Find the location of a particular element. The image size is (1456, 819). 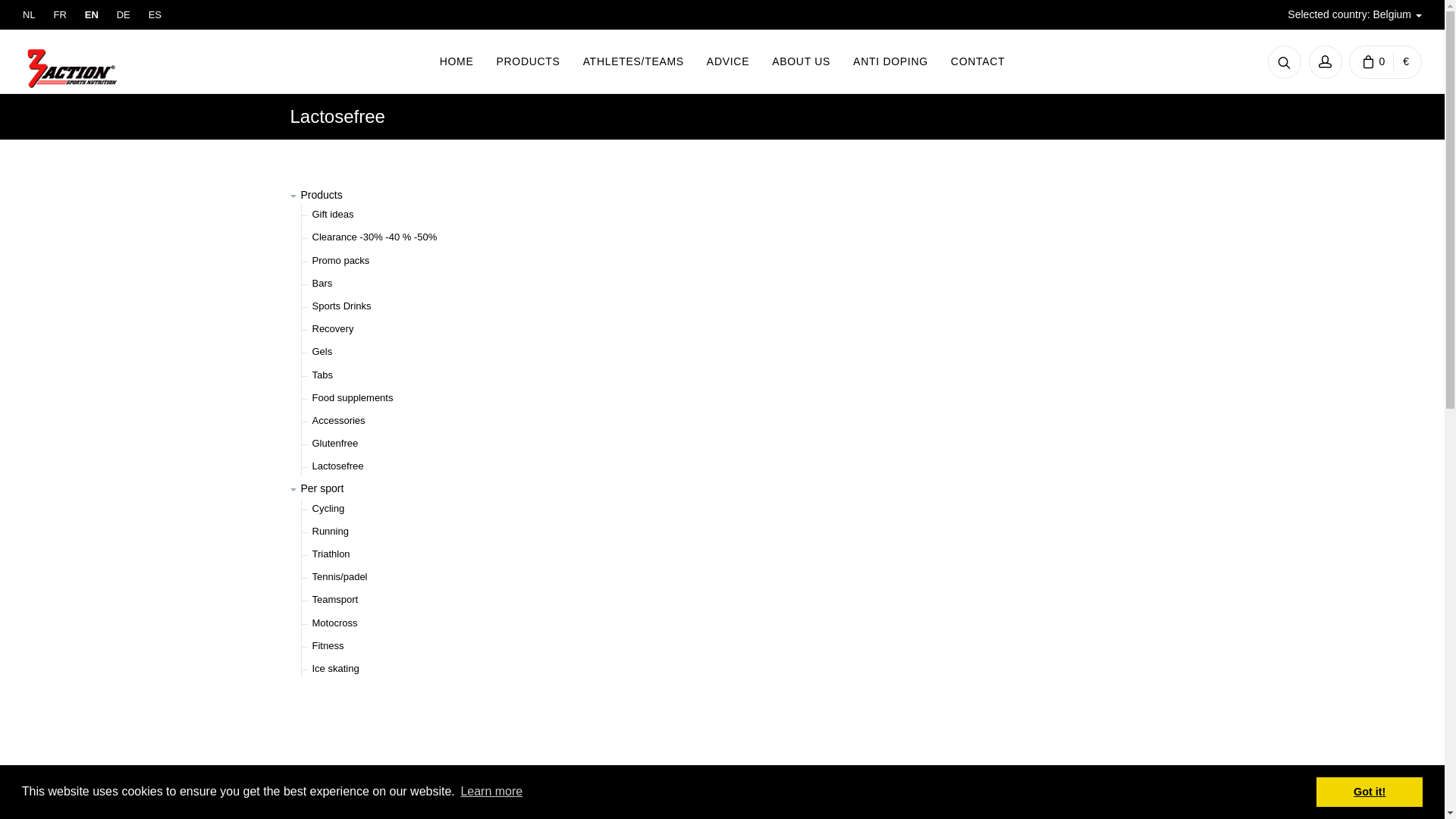

'HOME' is located at coordinates (456, 61).